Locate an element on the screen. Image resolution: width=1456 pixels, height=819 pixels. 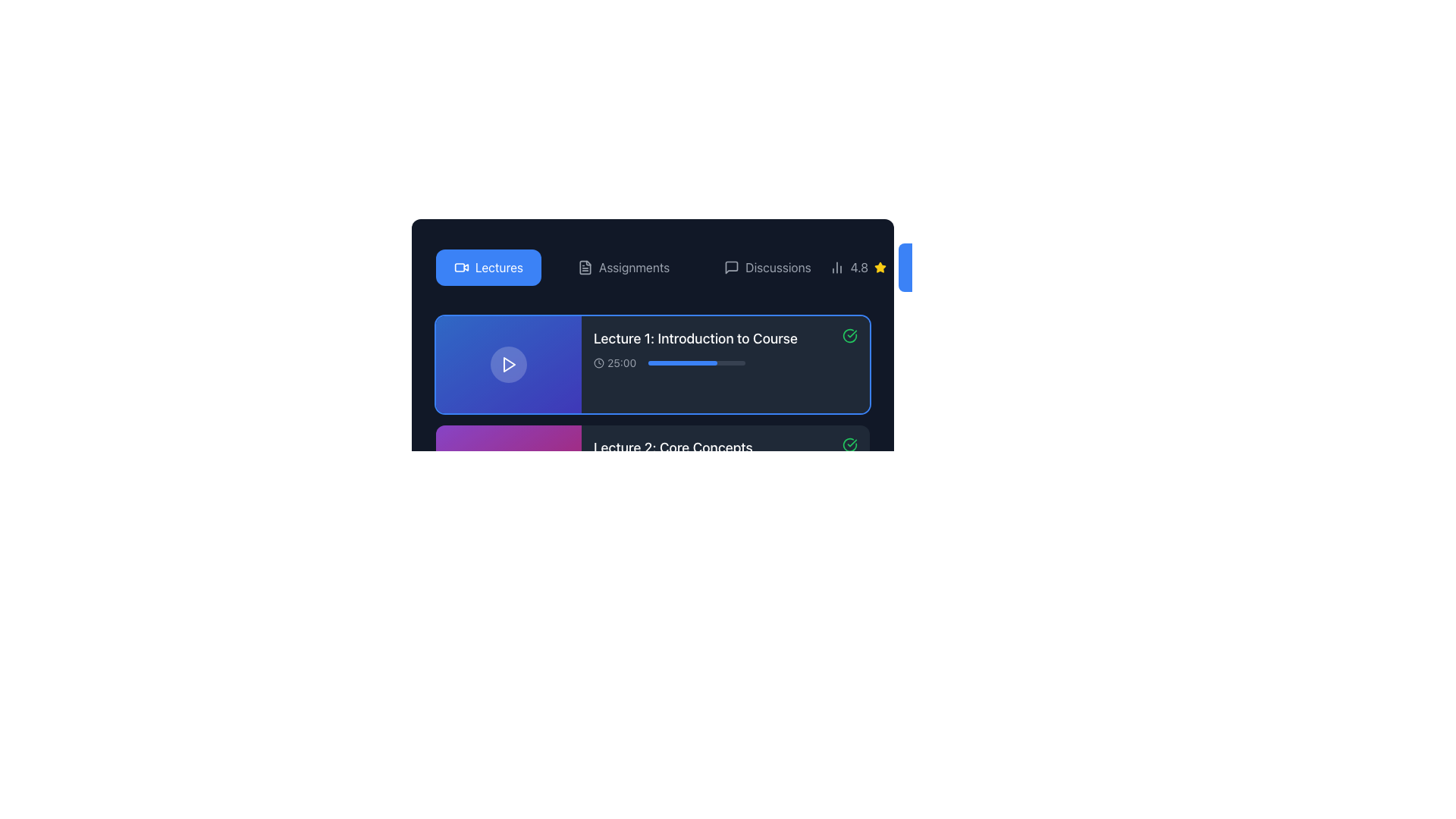
the slider is located at coordinates (726, 362).